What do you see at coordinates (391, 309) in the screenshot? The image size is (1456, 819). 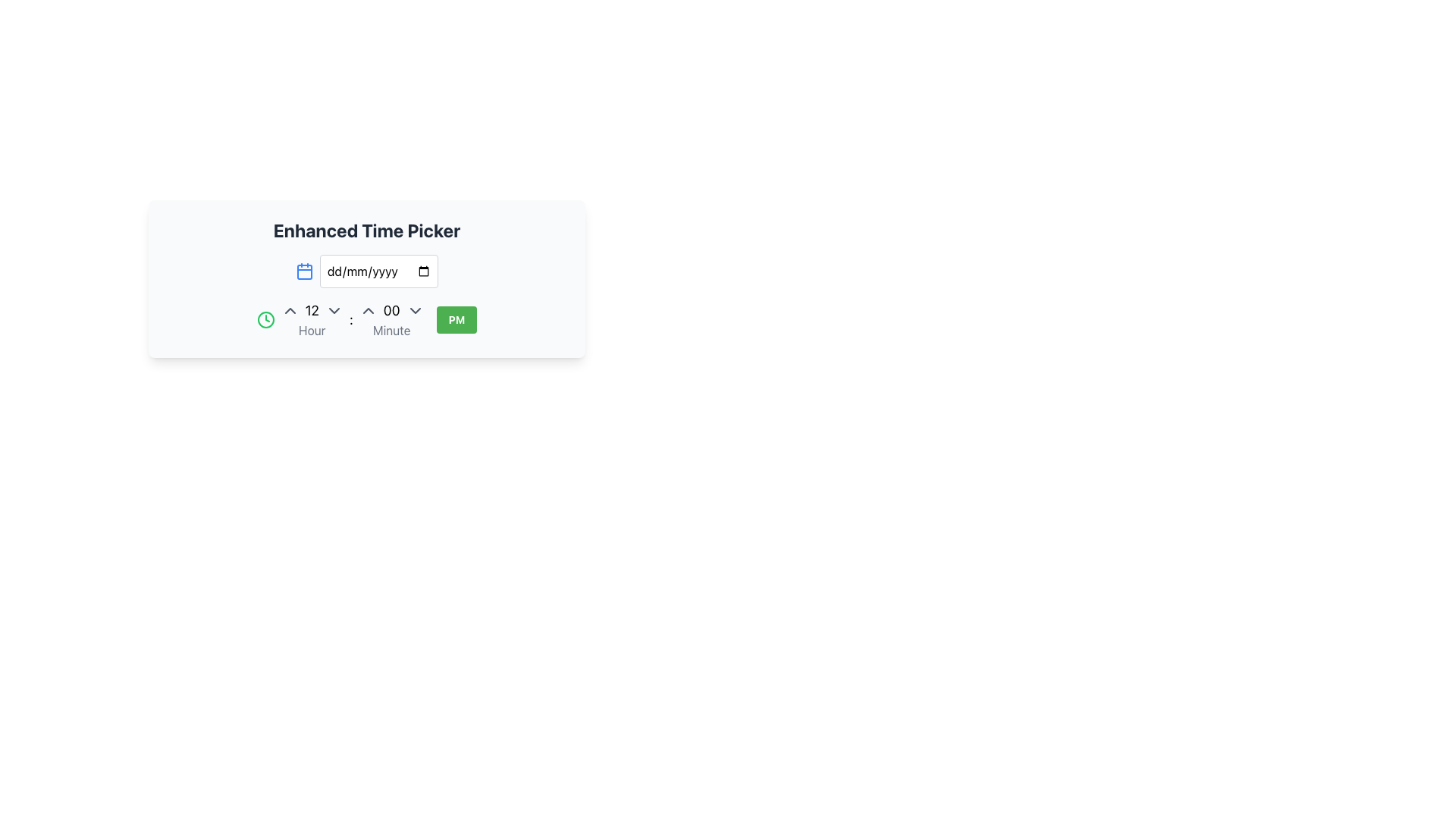 I see `the text display showing the value '00' in the minute selection control of the time picker interface` at bounding box center [391, 309].